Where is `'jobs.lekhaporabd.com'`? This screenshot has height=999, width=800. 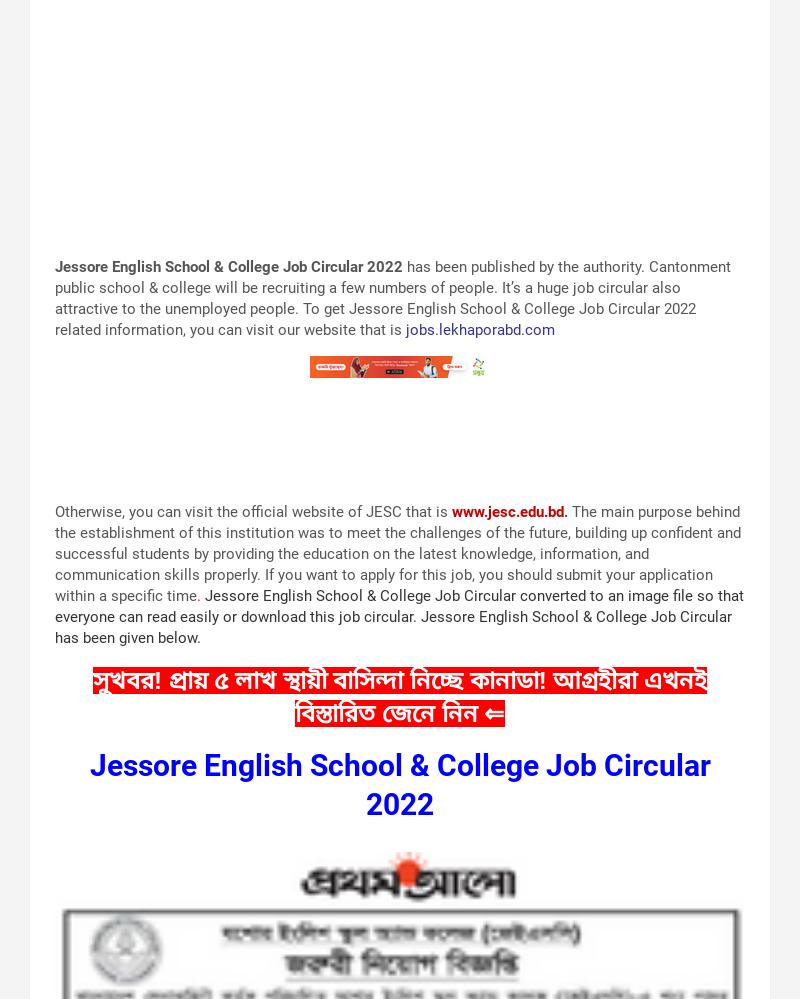 'jobs.lekhaporabd.com' is located at coordinates (480, 327).